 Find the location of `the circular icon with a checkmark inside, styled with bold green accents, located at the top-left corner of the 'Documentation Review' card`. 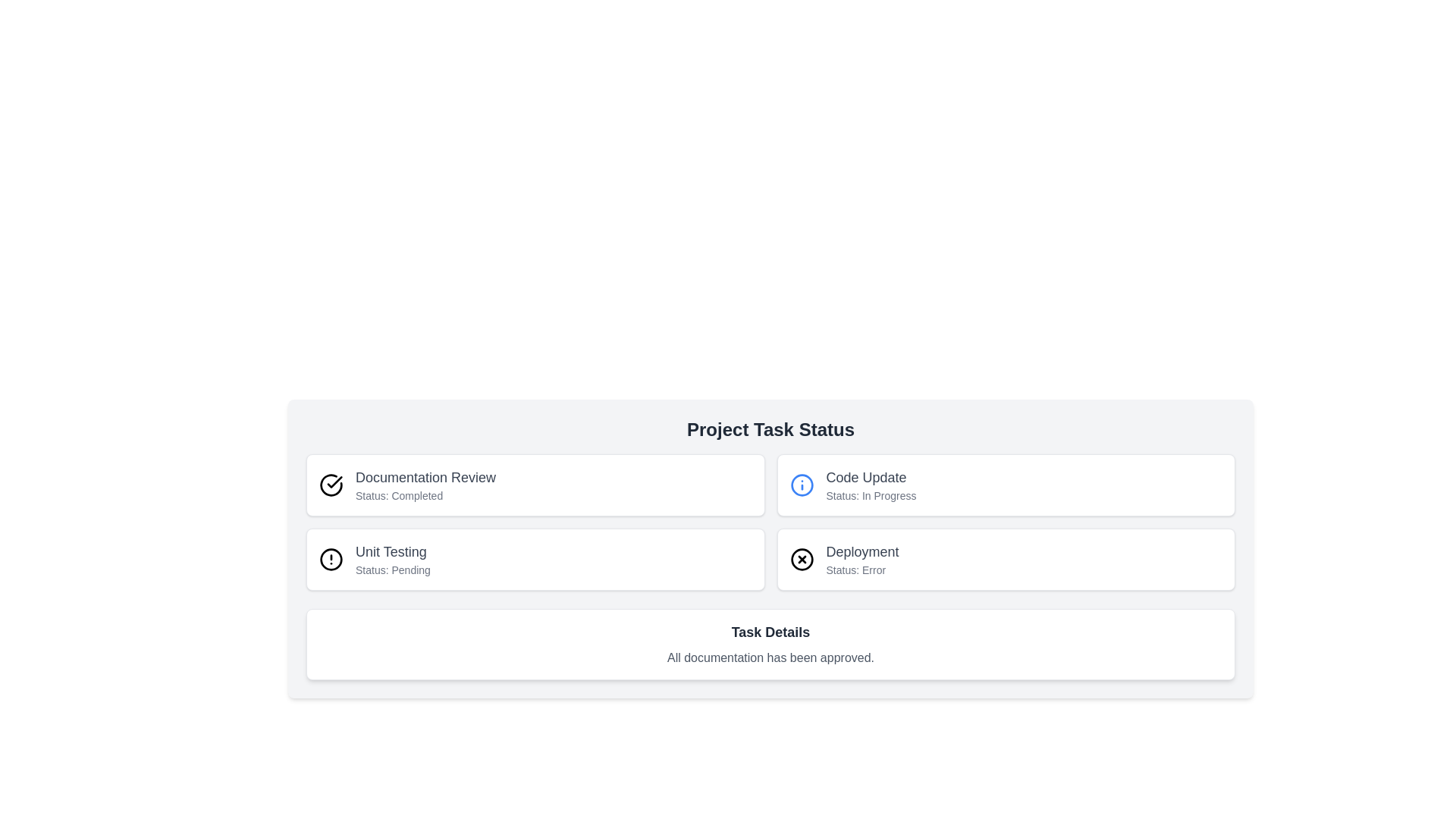

the circular icon with a checkmark inside, styled with bold green accents, located at the top-left corner of the 'Documentation Review' card is located at coordinates (330, 485).